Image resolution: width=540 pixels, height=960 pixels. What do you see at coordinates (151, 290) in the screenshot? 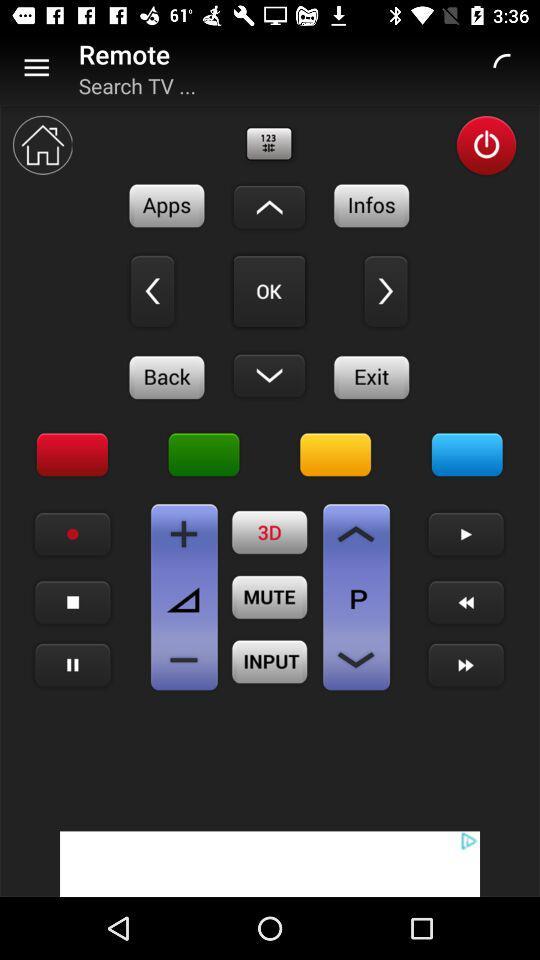
I see `go back` at bounding box center [151, 290].